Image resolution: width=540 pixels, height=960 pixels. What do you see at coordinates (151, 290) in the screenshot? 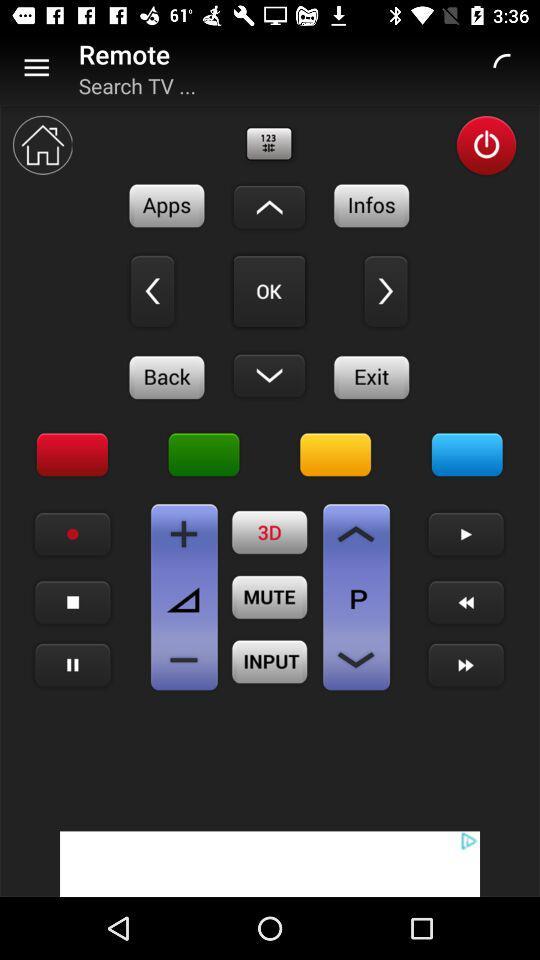
I see `go back` at bounding box center [151, 290].